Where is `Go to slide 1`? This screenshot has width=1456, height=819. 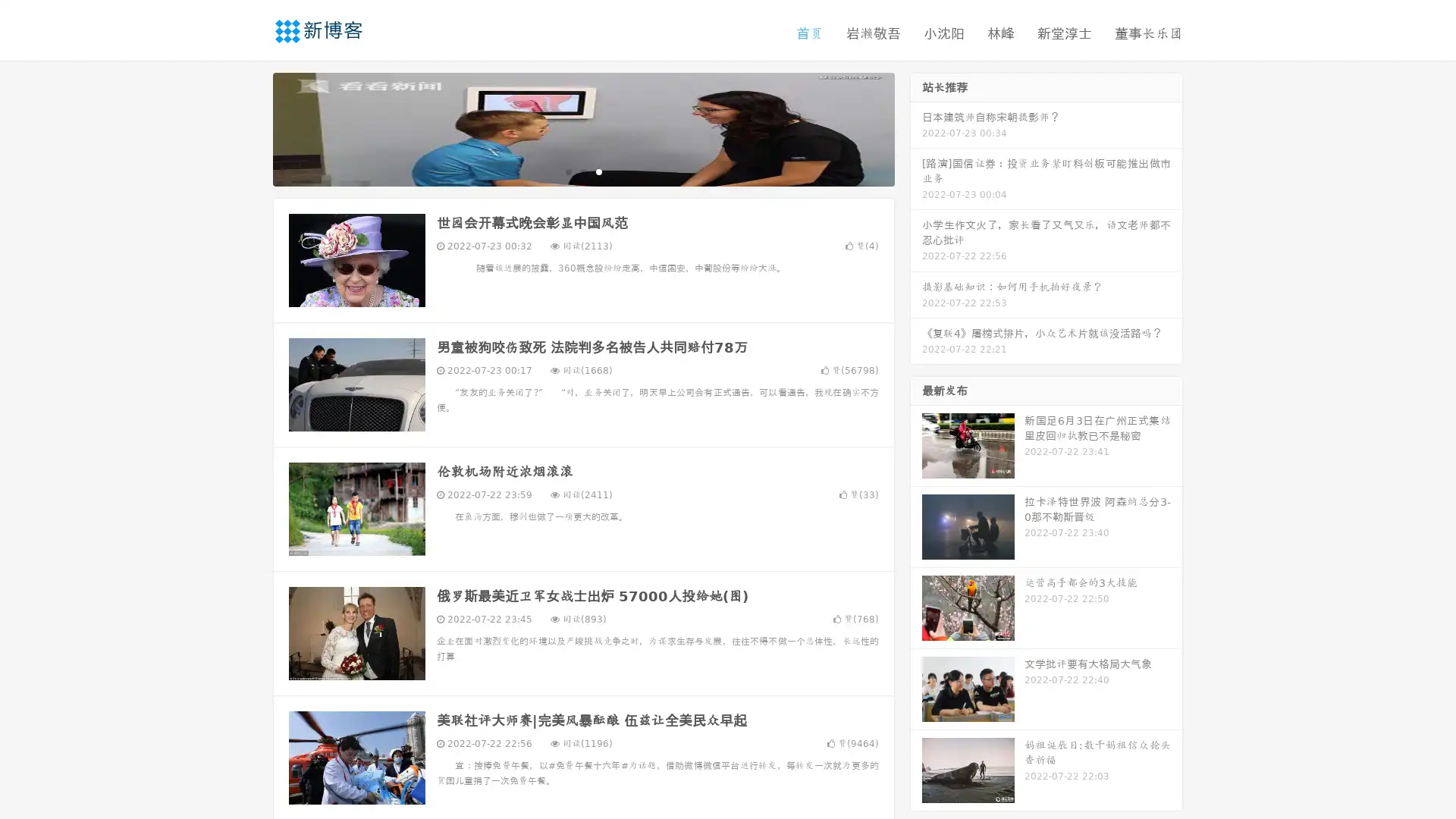
Go to slide 1 is located at coordinates (567, 171).